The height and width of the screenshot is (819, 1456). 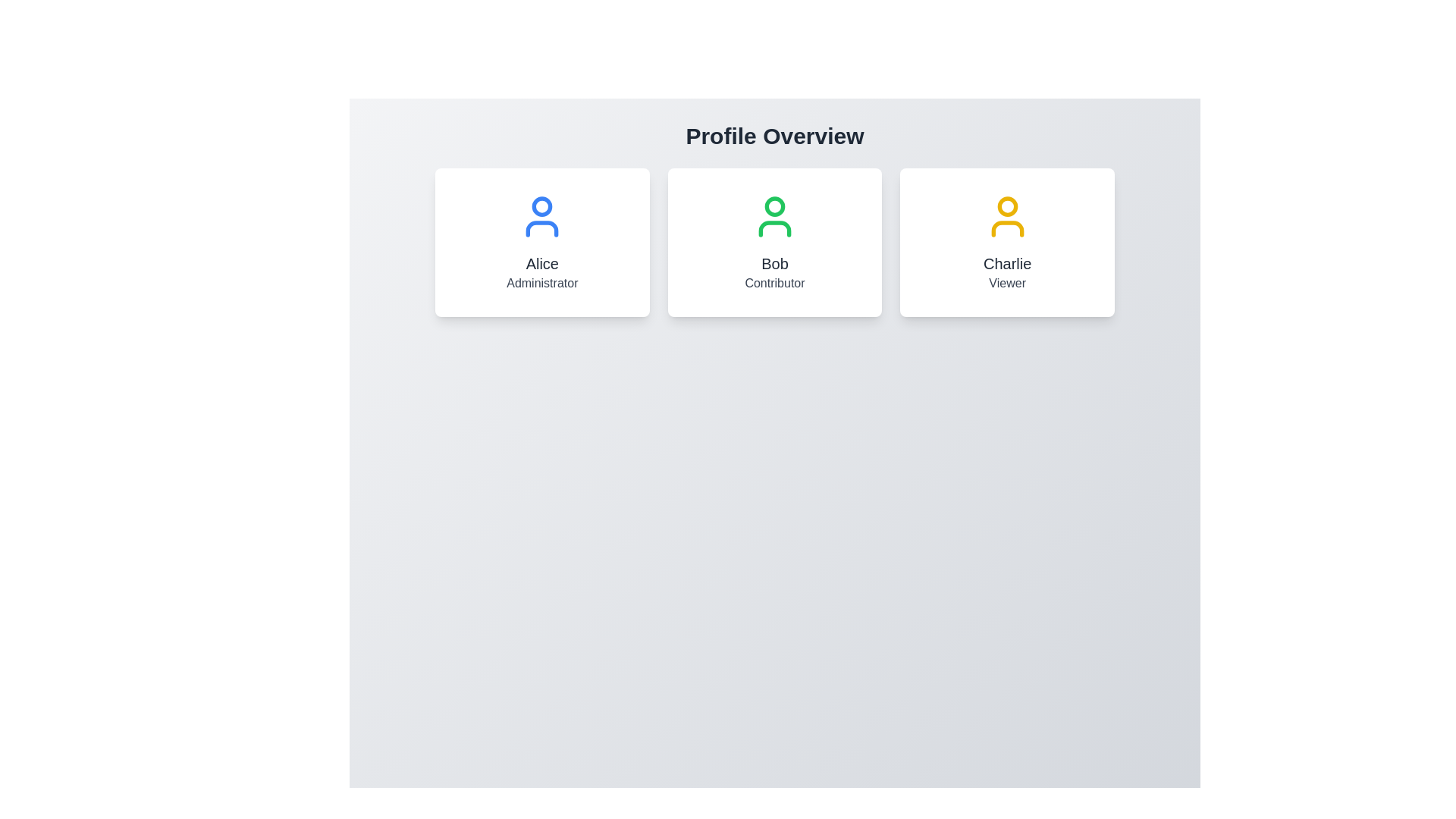 What do you see at coordinates (542, 284) in the screenshot?
I see `the 'Administrator' text label located below the name 'Alice' within the user card layout` at bounding box center [542, 284].